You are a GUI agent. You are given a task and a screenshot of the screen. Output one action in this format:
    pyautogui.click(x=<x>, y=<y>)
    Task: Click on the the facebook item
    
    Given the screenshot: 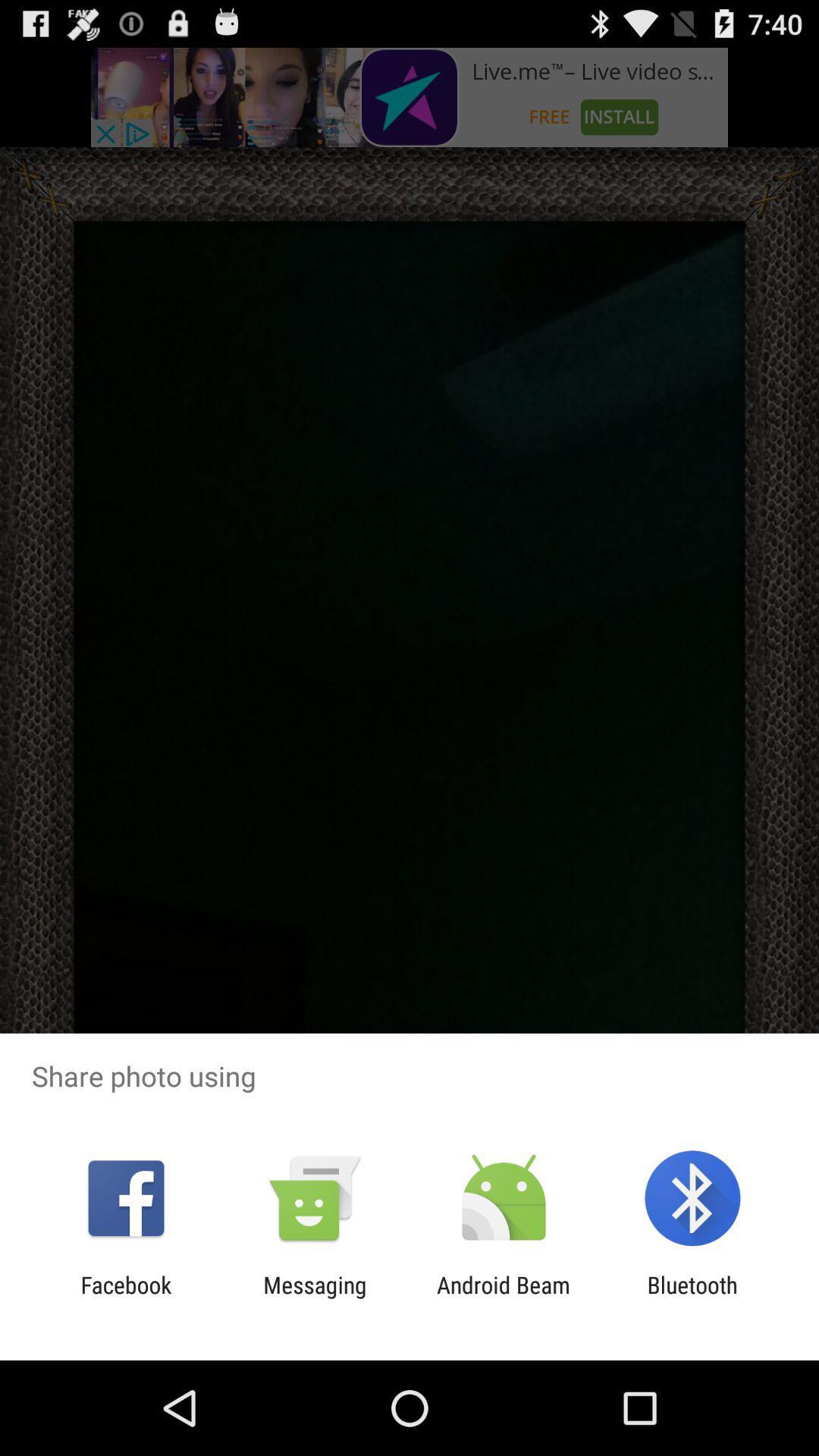 What is the action you would take?
    pyautogui.click(x=125, y=1298)
    